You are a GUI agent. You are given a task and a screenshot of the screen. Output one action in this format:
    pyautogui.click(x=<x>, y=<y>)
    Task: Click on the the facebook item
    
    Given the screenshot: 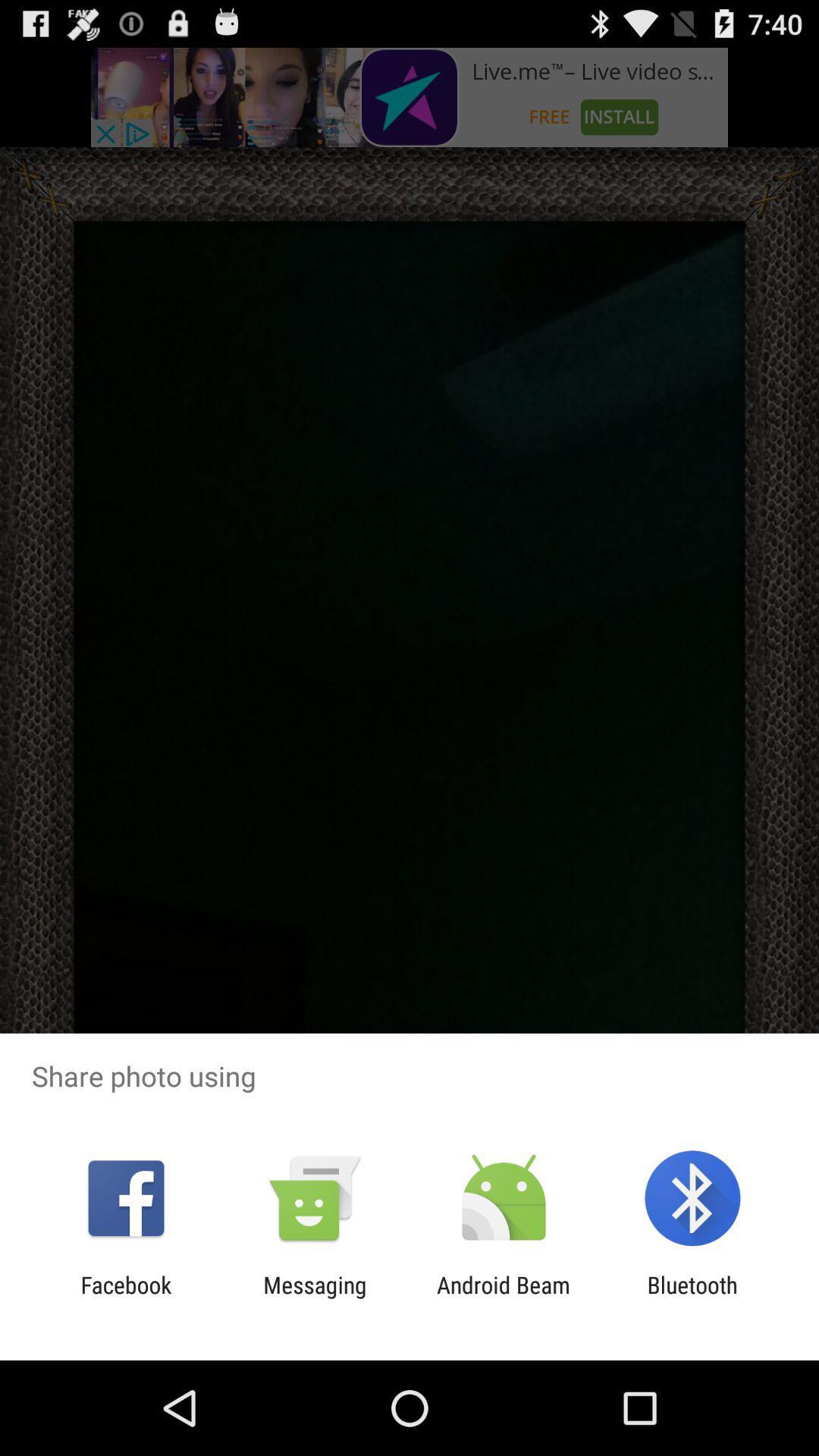 What is the action you would take?
    pyautogui.click(x=125, y=1298)
    